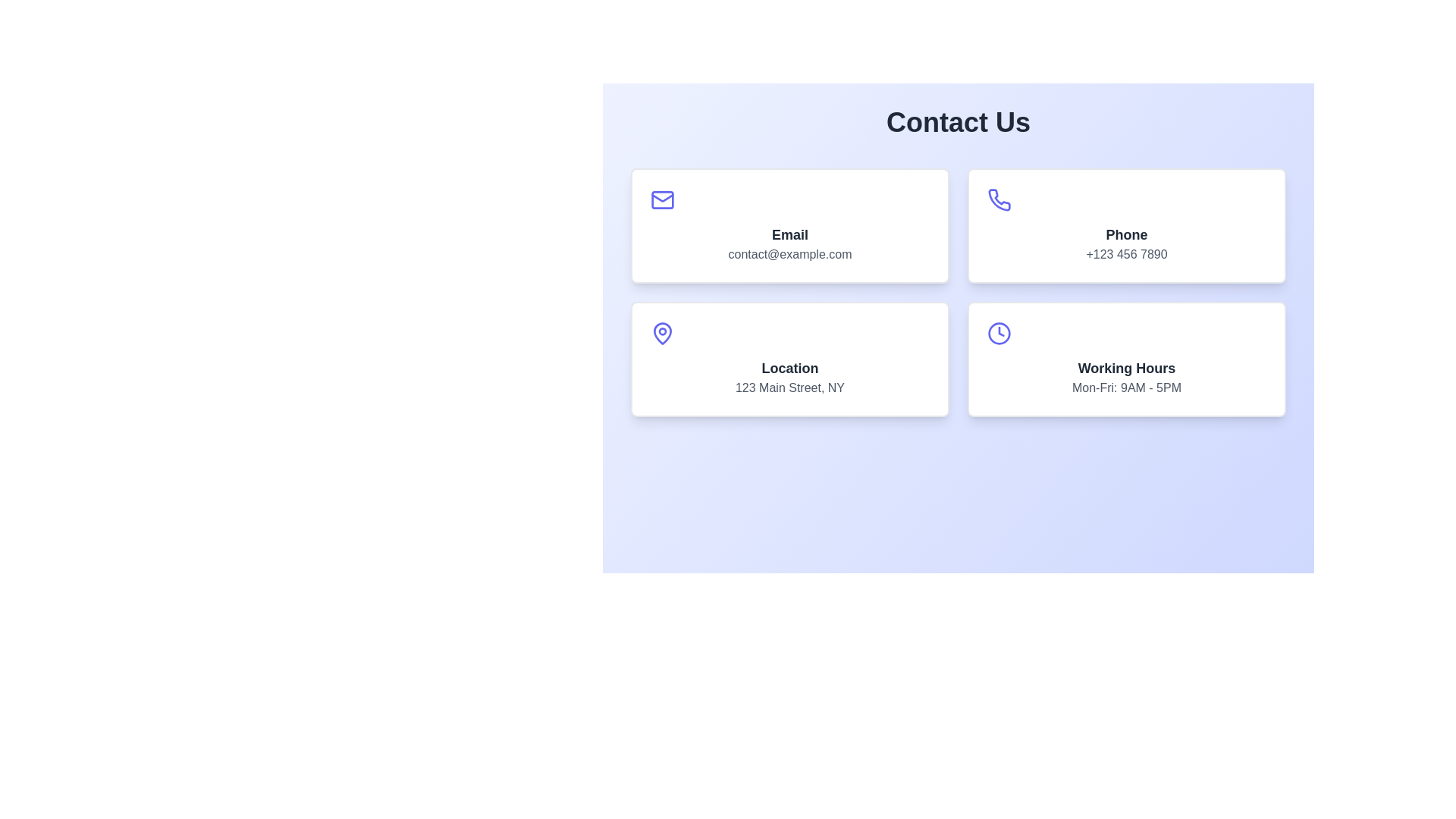  I want to click on the text label displaying the address '123 Main Street, NY', which is located beneath the 'Location' heading within a rectangular card, so click(789, 388).